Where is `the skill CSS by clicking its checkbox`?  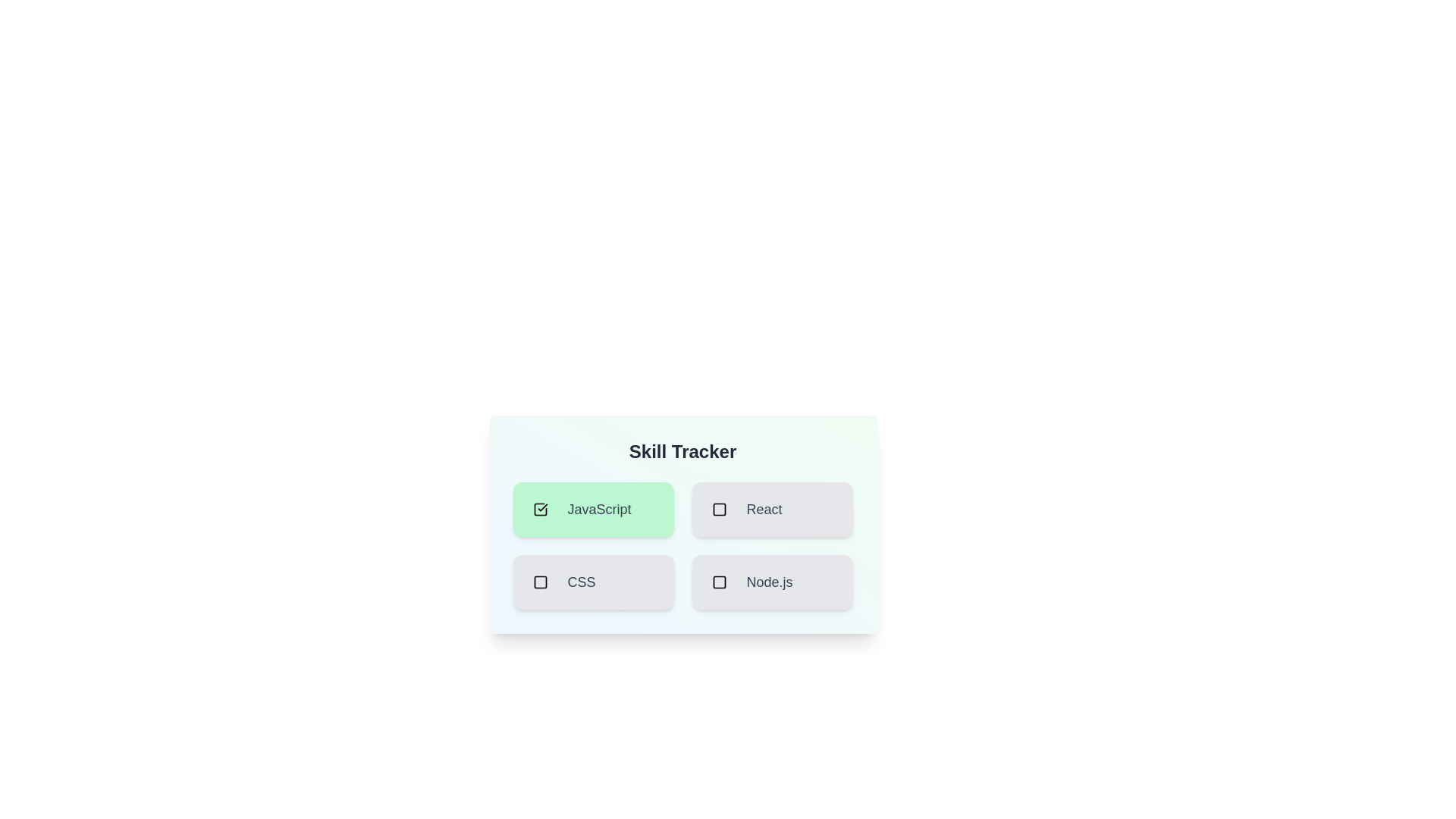
the skill CSS by clicking its checkbox is located at coordinates (540, 581).